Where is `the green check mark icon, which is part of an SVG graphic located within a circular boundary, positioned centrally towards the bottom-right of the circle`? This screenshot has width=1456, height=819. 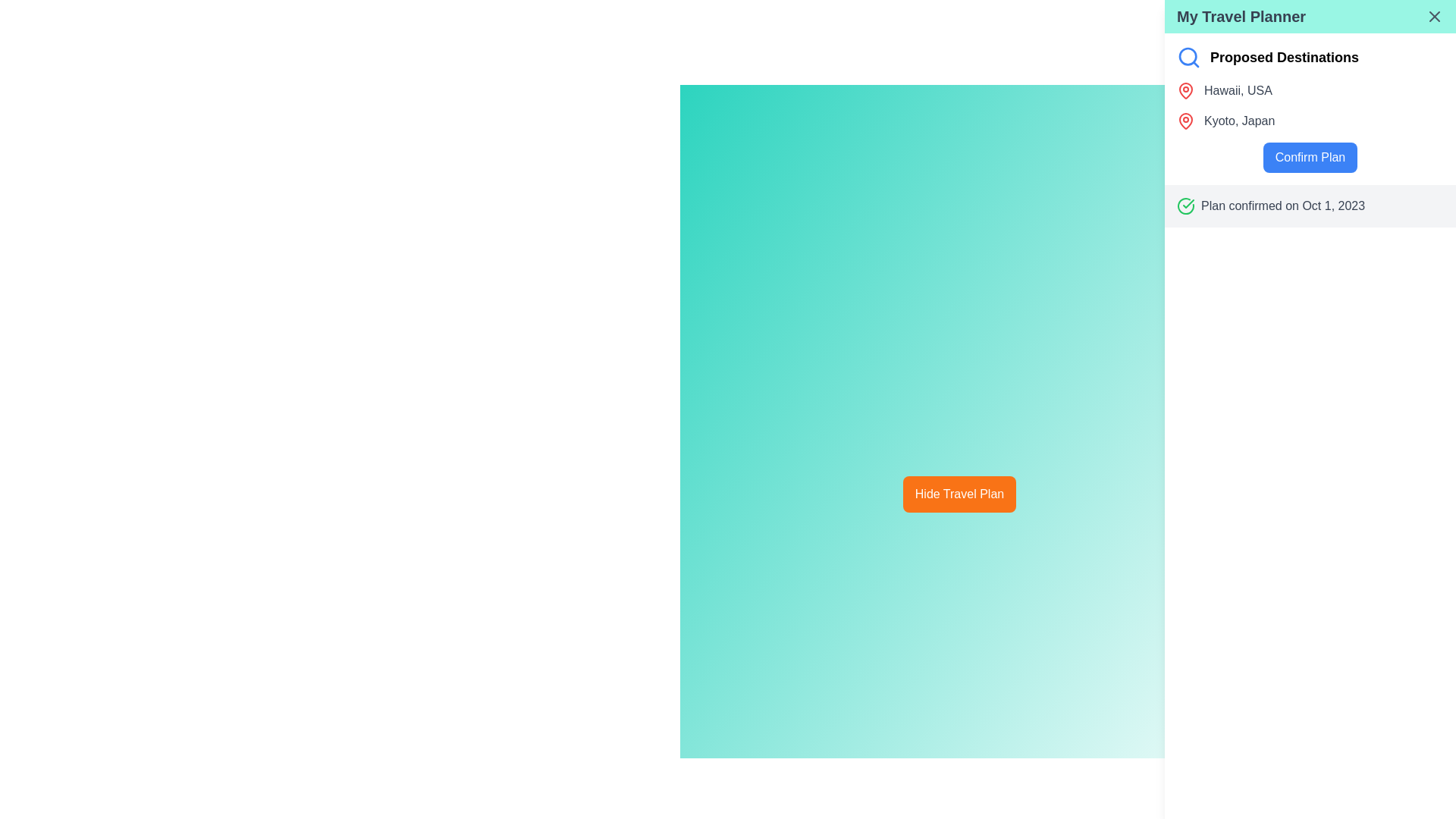 the green check mark icon, which is part of an SVG graphic located within a circular boundary, positioned centrally towards the bottom-right of the circle is located at coordinates (1188, 203).